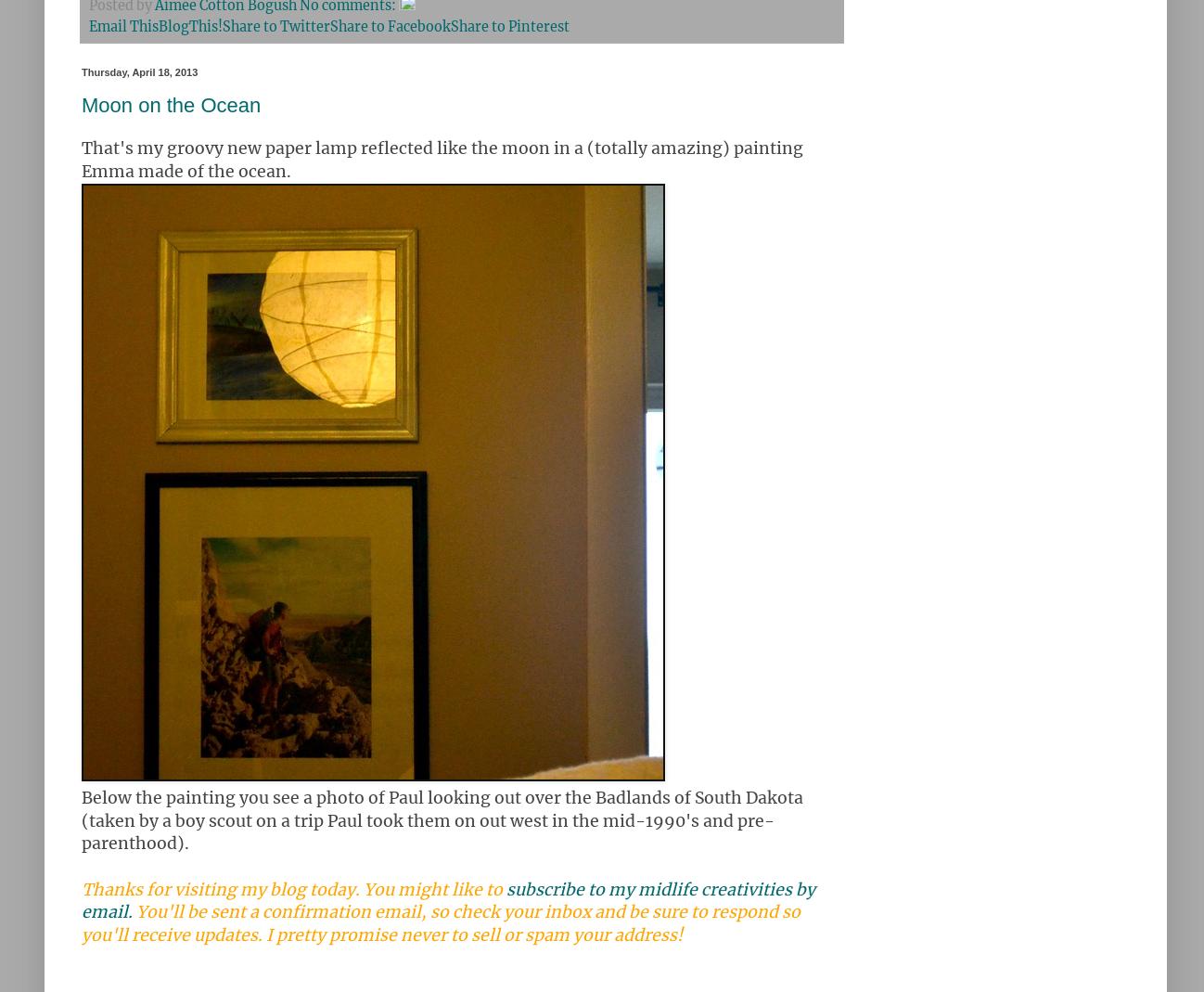  What do you see at coordinates (223, 25) in the screenshot?
I see `'Share to Twitter'` at bounding box center [223, 25].